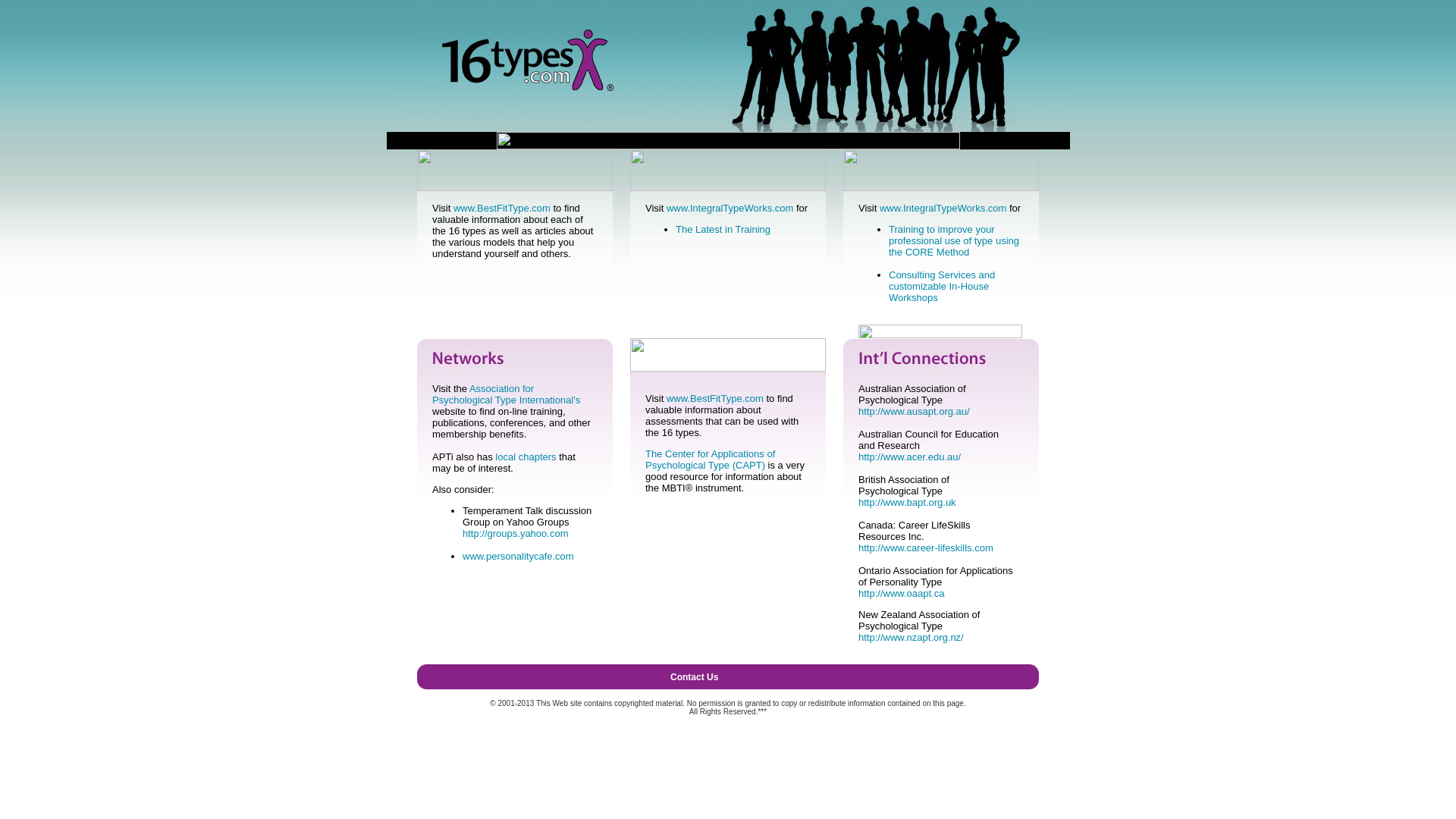 The width and height of the screenshot is (1456, 819). I want to click on 'http://www.nzapt.org.nz/', so click(910, 637).